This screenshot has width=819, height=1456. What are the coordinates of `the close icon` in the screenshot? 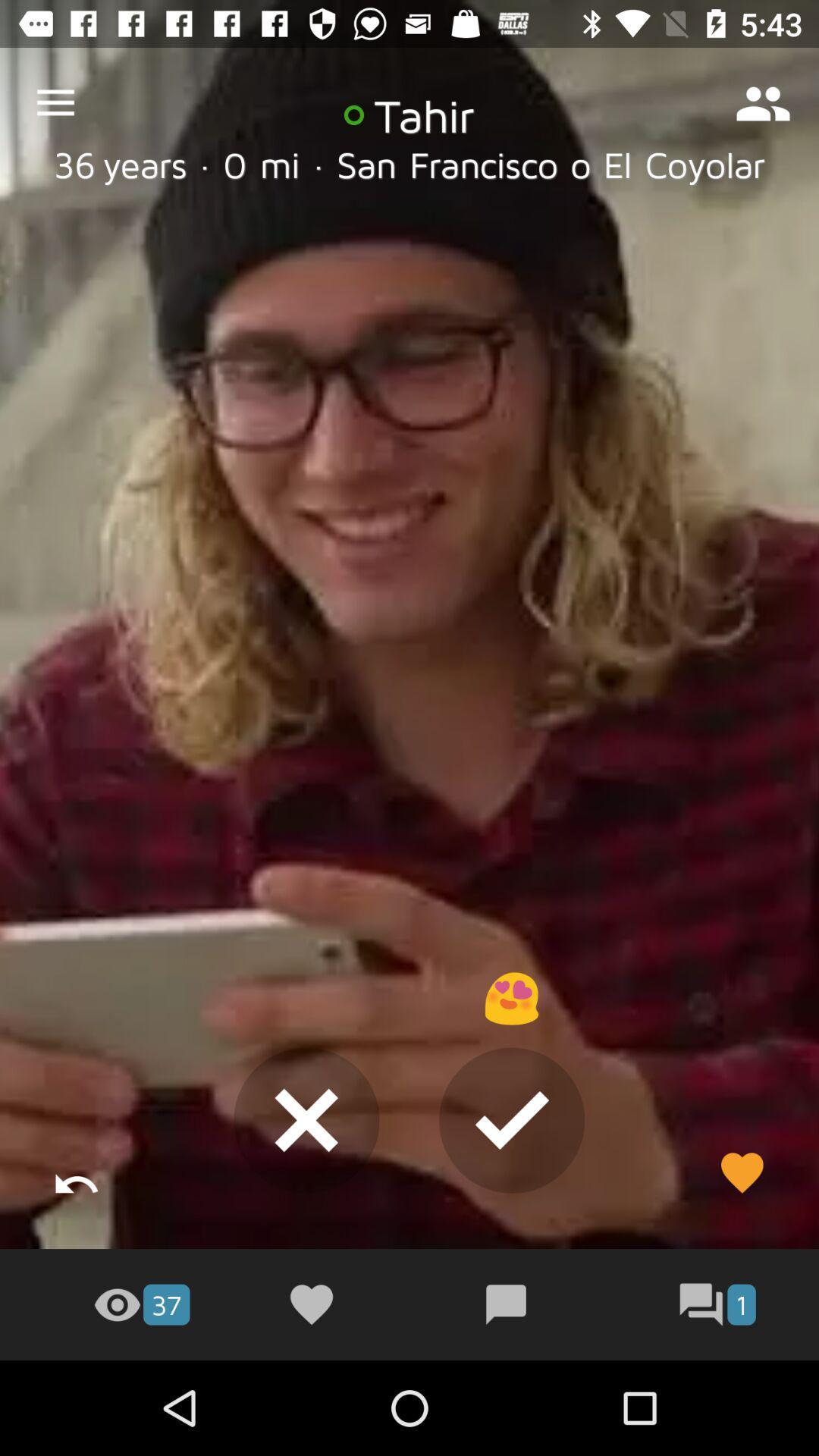 It's located at (306, 1120).